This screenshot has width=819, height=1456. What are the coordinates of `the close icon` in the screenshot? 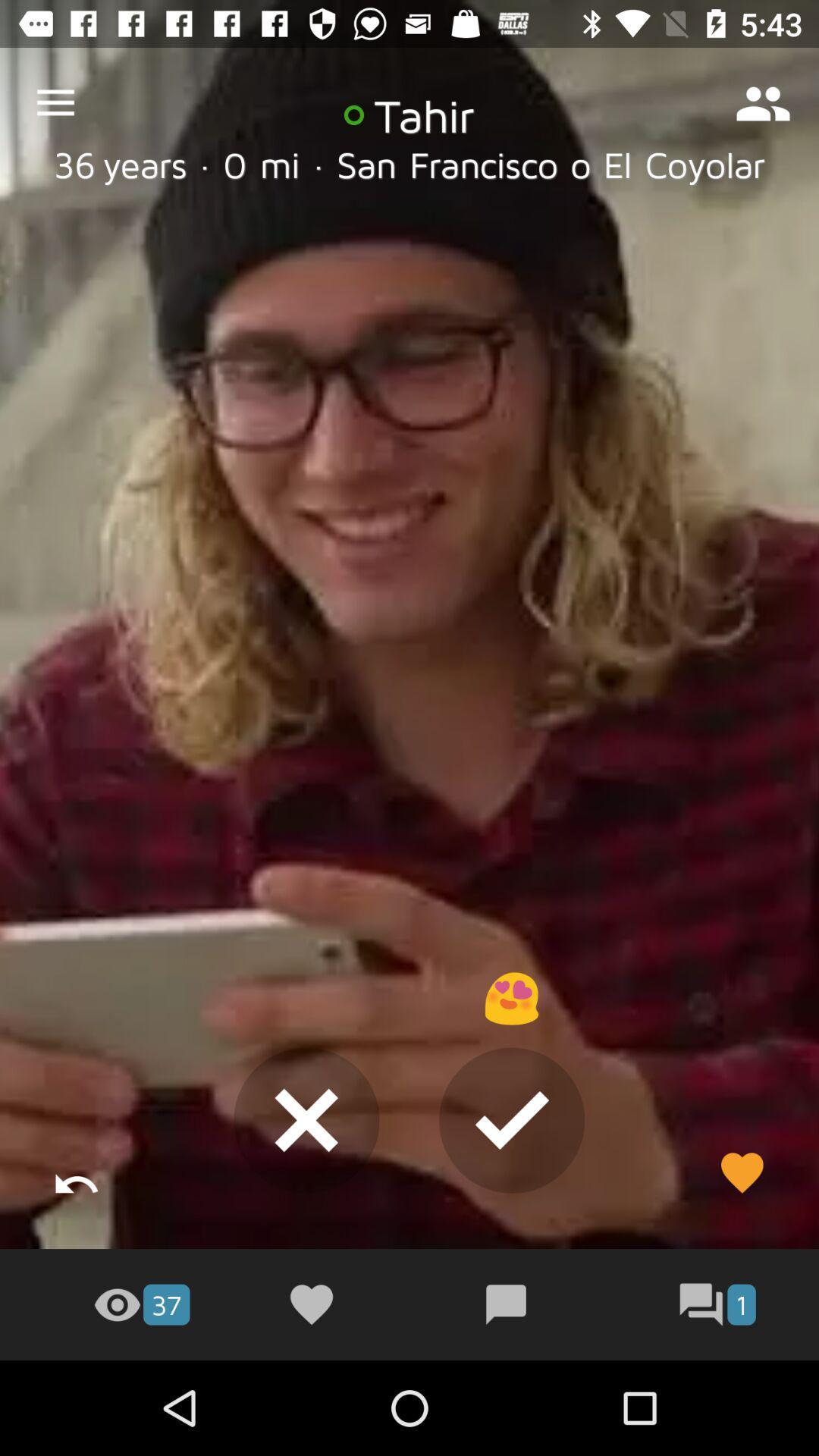 It's located at (306, 1120).